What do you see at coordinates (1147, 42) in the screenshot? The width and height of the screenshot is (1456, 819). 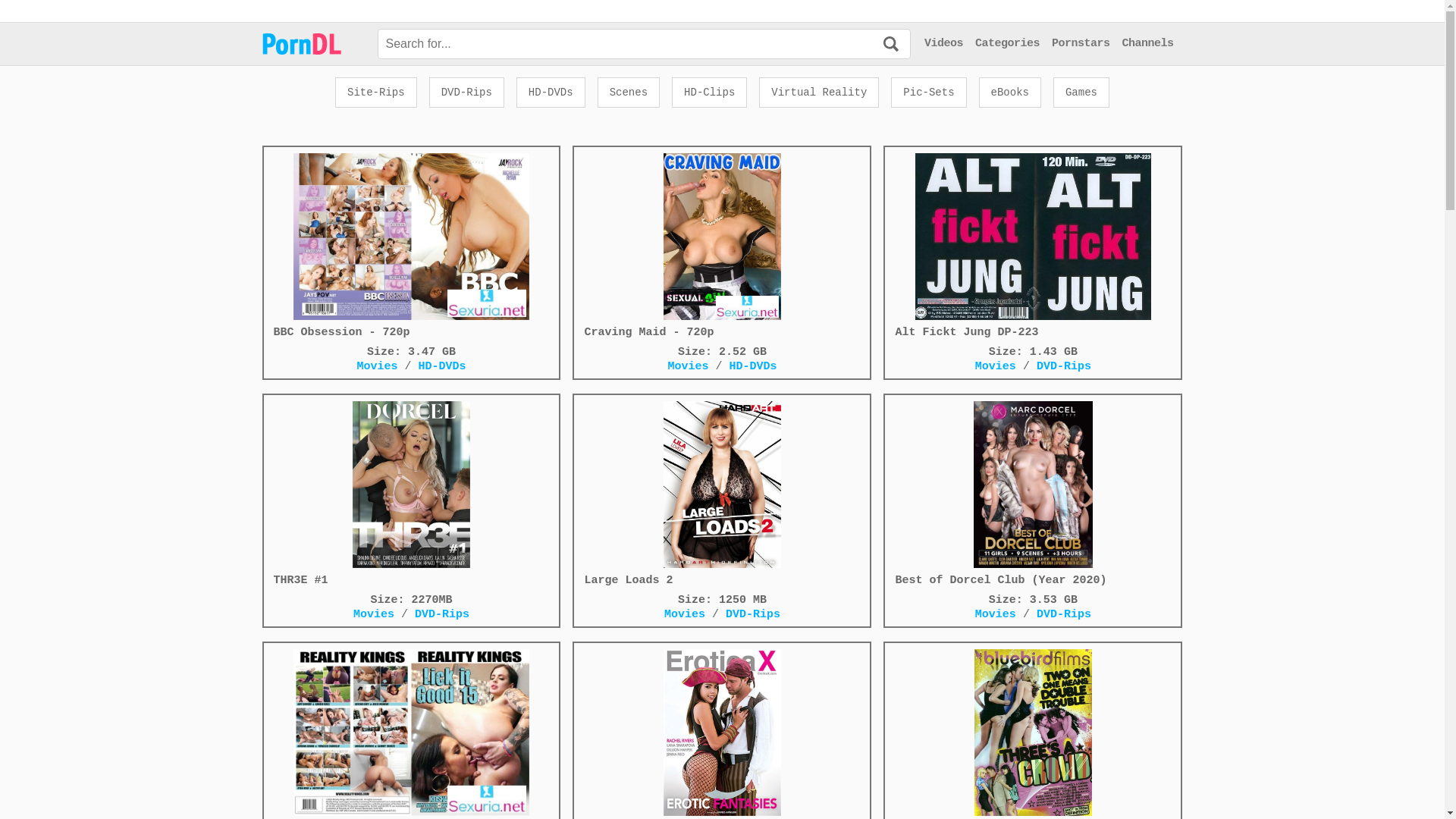 I see `'Channels'` at bounding box center [1147, 42].